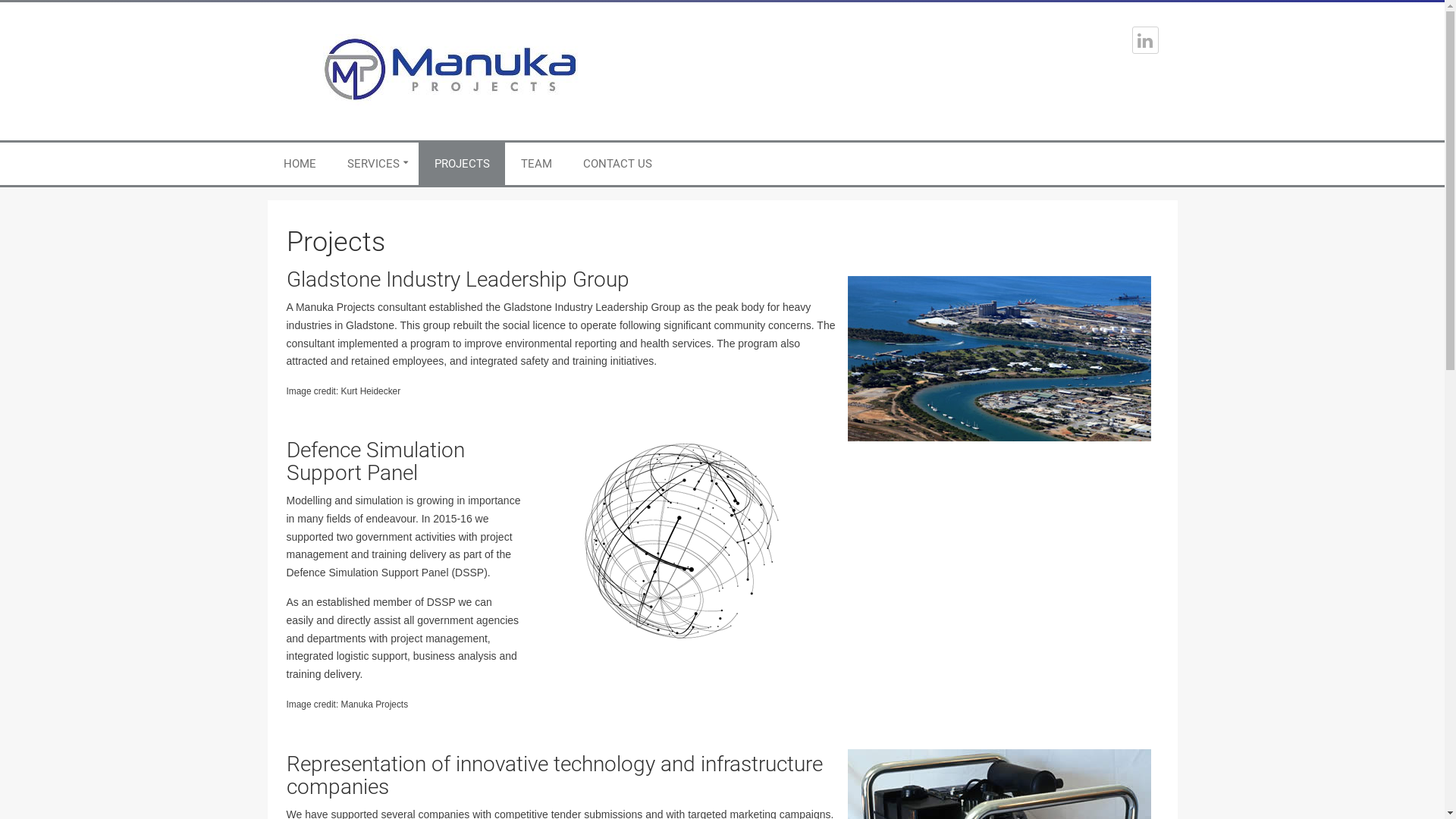 The height and width of the screenshot is (819, 1456). I want to click on 'CONTACT US', so click(617, 164).